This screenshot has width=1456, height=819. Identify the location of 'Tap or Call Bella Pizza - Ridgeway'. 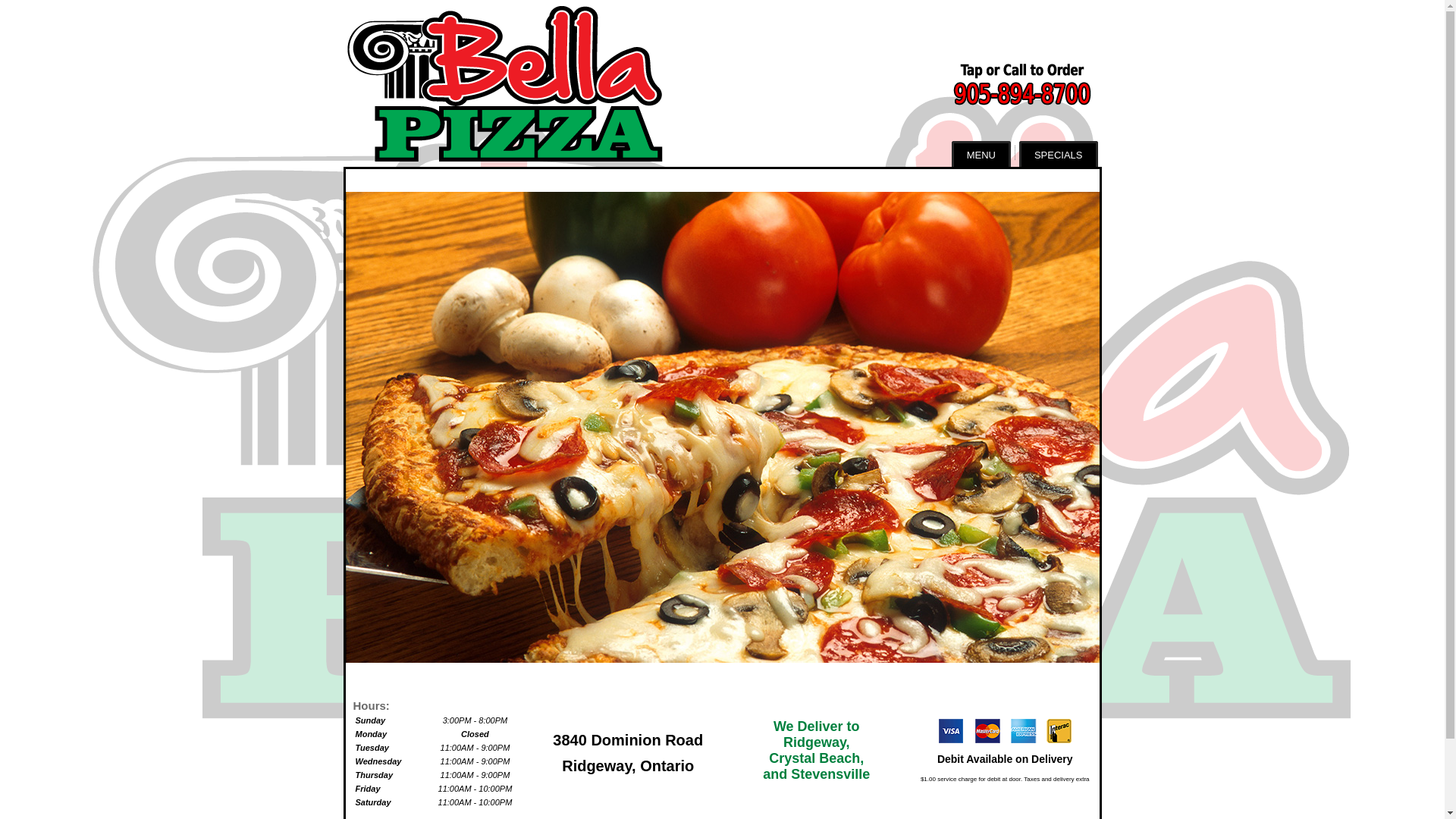
(993, 83).